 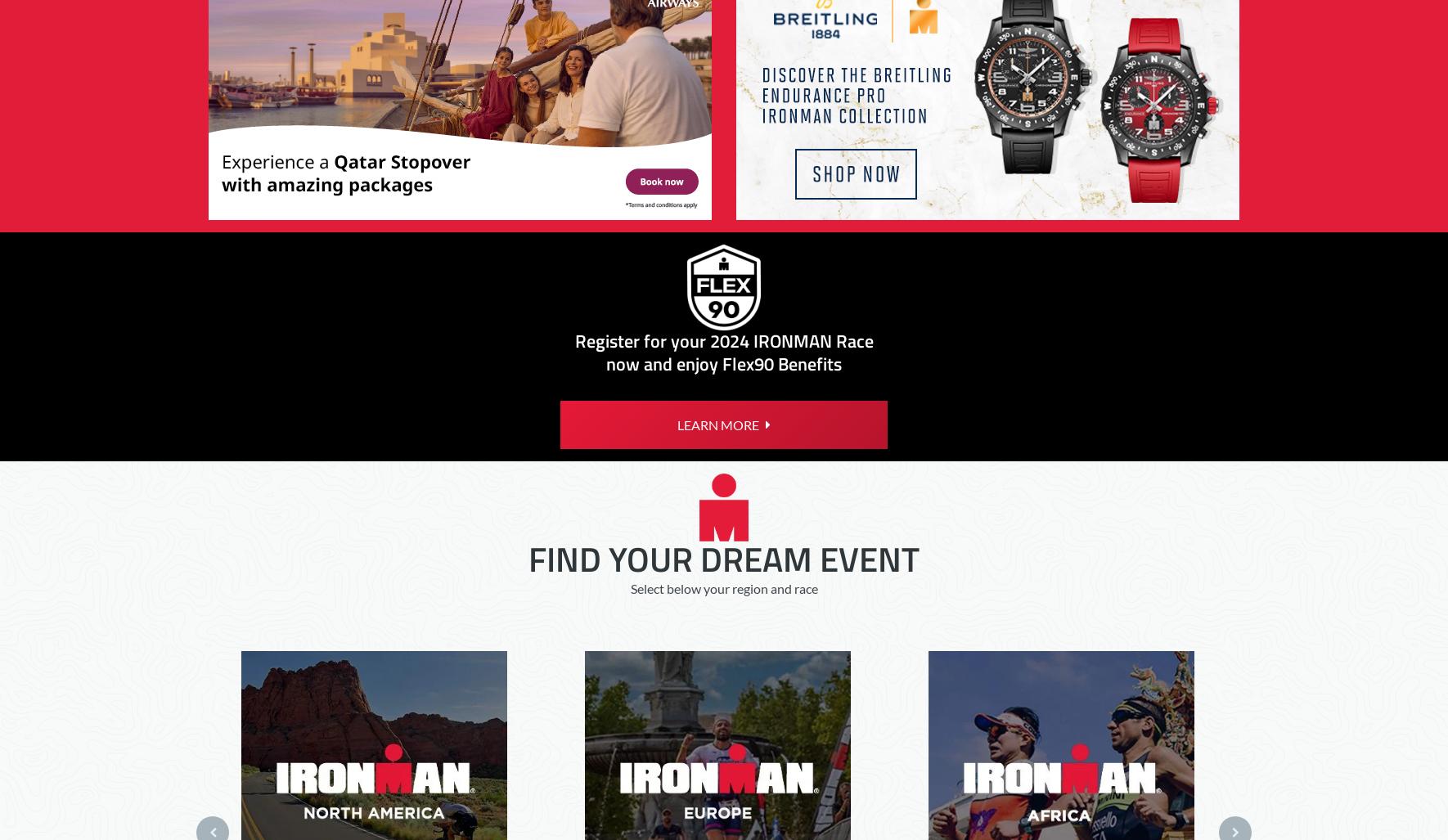 I want to click on '©2023 SportsEngine, Inc.', so click(x=858, y=148).